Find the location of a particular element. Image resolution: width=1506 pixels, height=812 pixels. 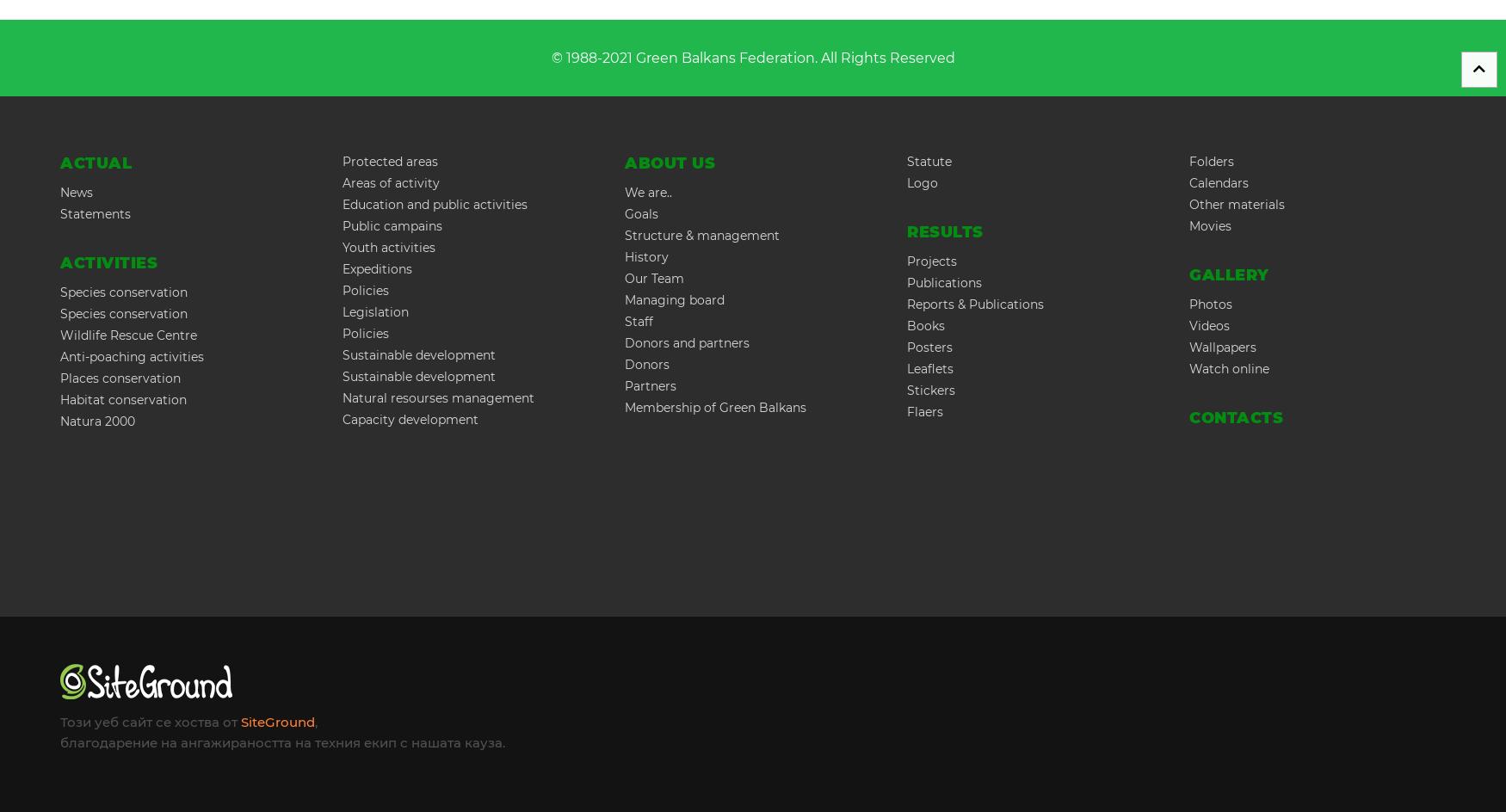

'Natural resourses management' is located at coordinates (437, 397).